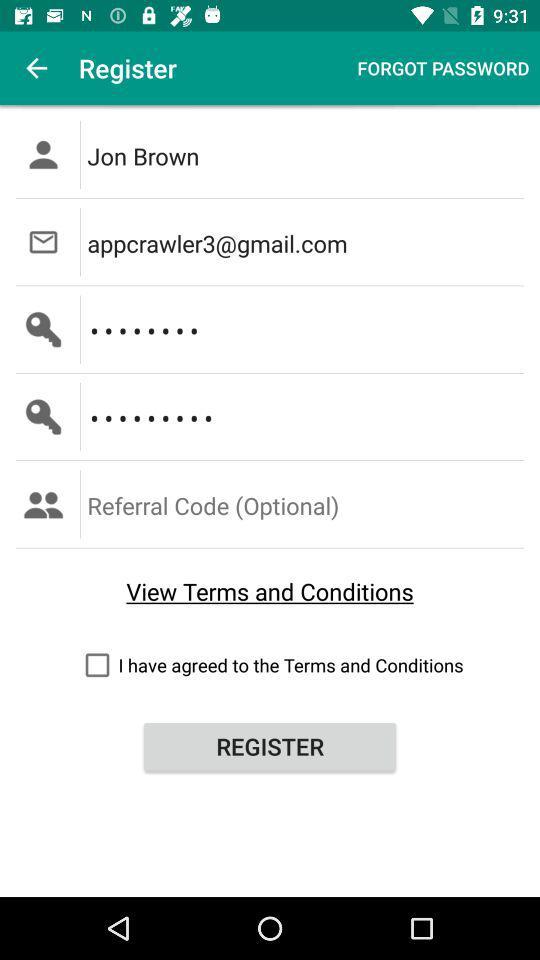 The height and width of the screenshot is (960, 540). Describe the element at coordinates (443, 68) in the screenshot. I see `the forgot password at the top right corner` at that location.